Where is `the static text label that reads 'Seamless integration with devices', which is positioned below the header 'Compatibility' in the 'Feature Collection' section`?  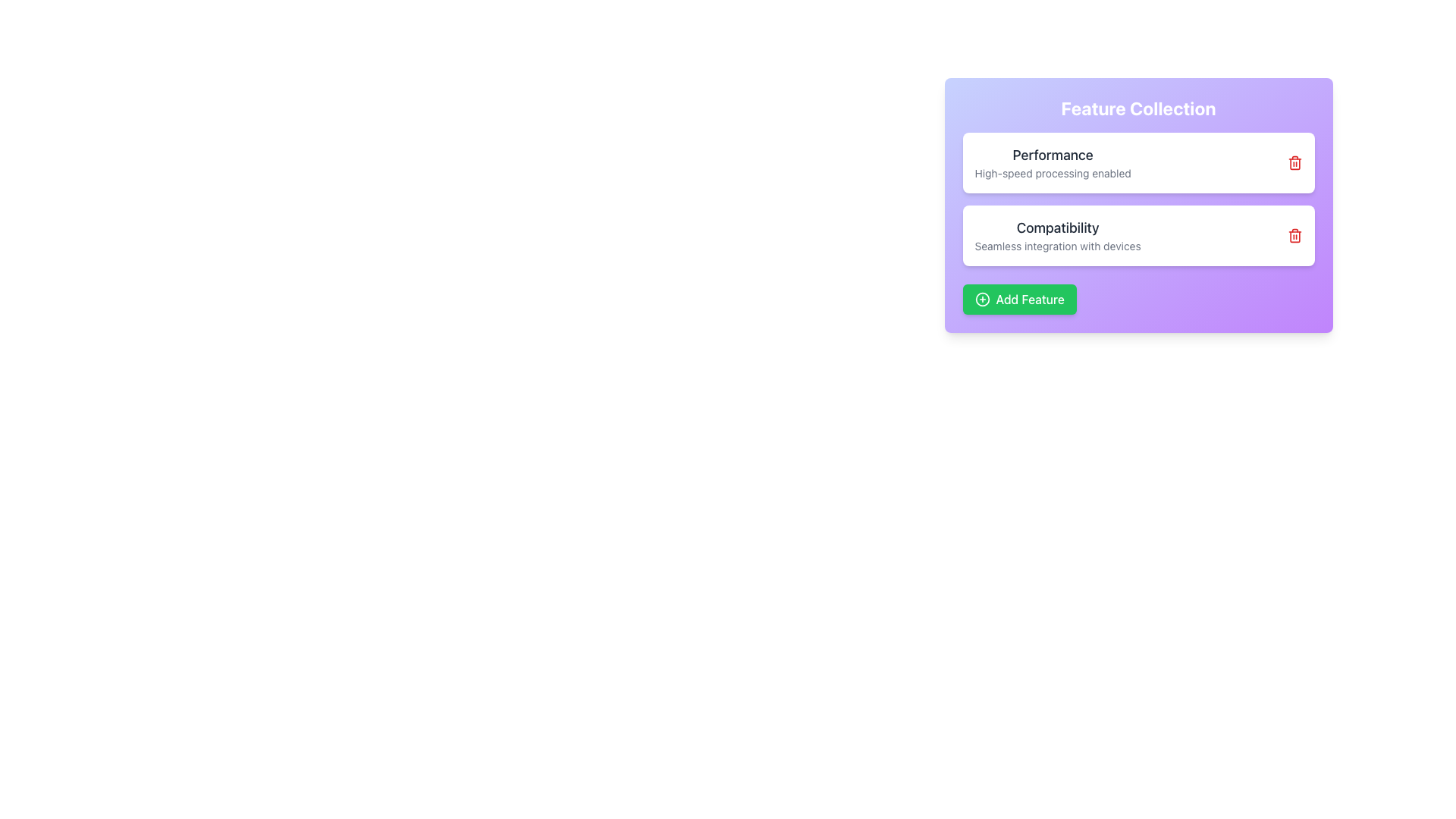 the static text label that reads 'Seamless integration with devices', which is positioned below the header 'Compatibility' in the 'Feature Collection' section is located at coordinates (1057, 245).